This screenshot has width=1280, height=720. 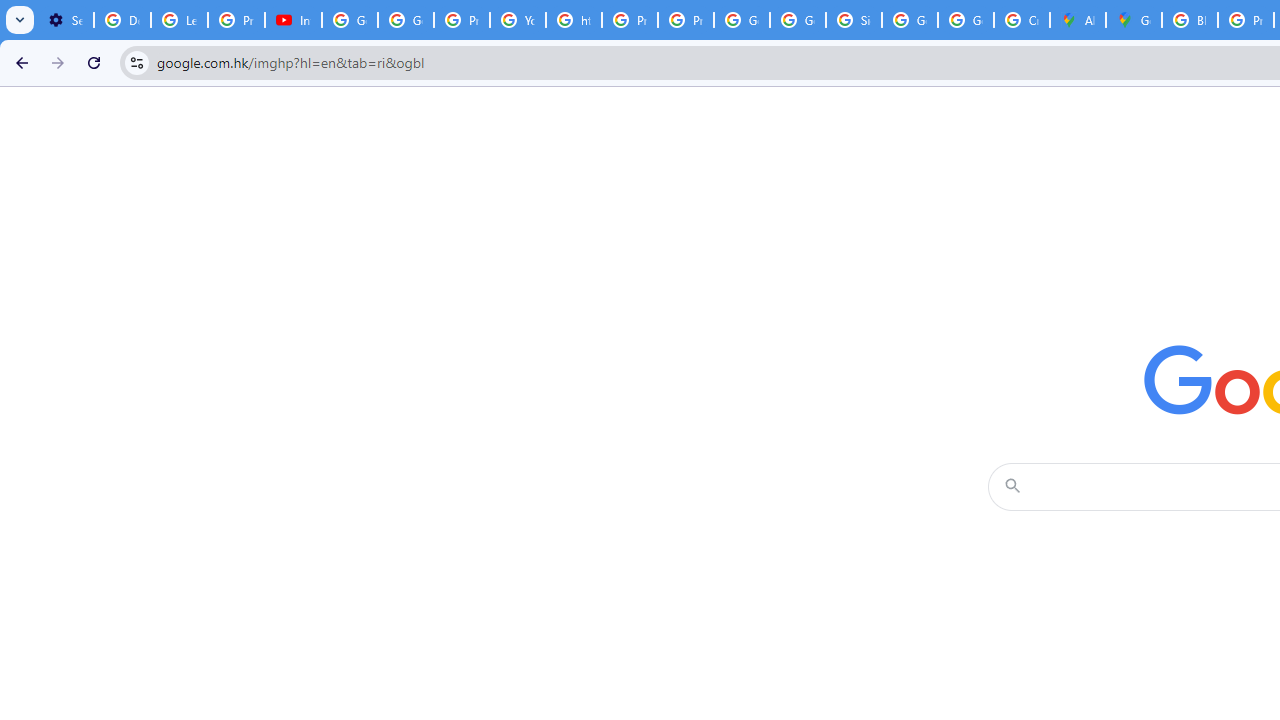 What do you see at coordinates (350, 20) in the screenshot?
I see `'Google Account Help'` at bounding box center [350, 20].